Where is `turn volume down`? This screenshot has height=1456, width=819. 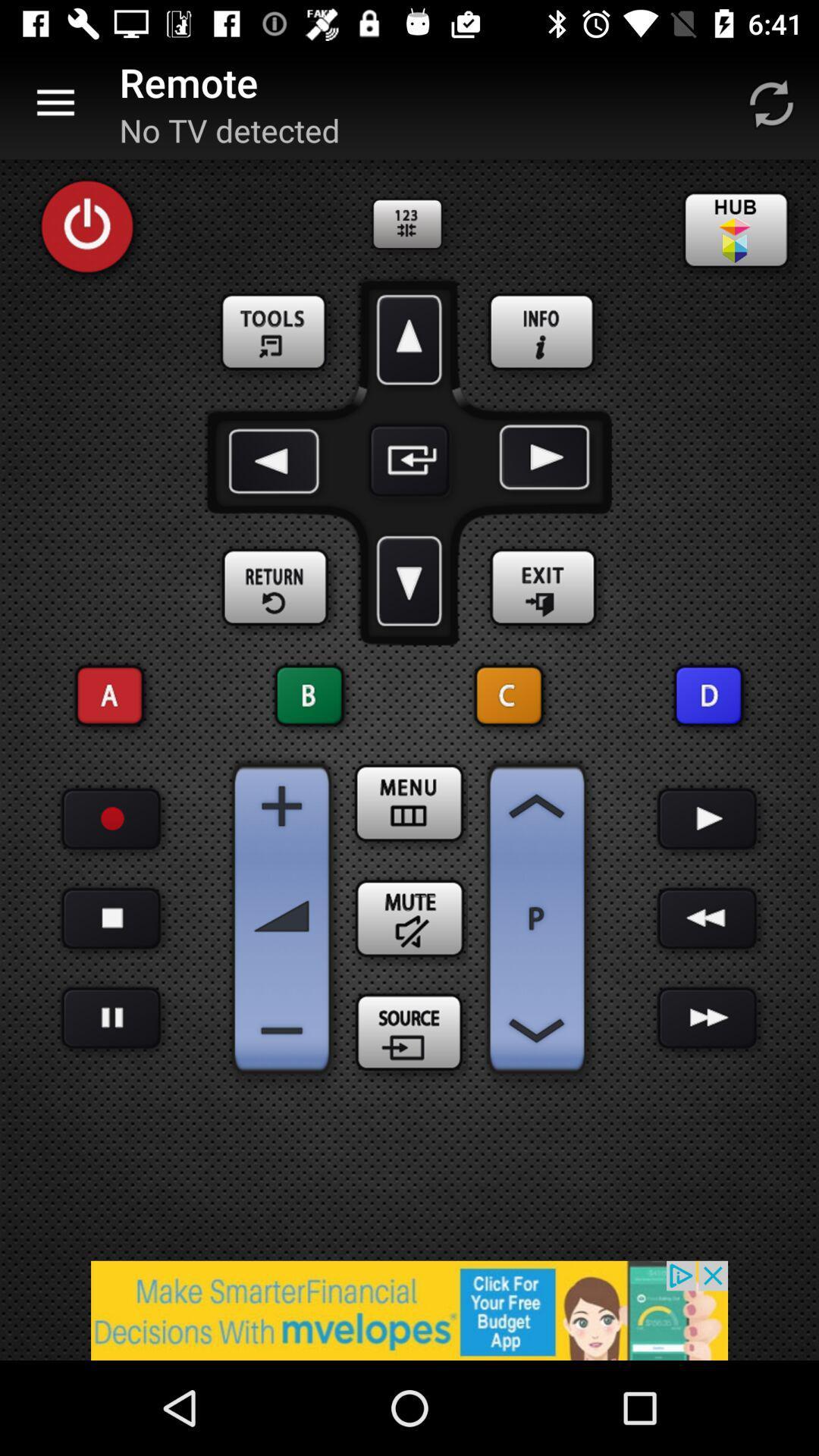 turn volume down is located at coordinates (281, 1031).